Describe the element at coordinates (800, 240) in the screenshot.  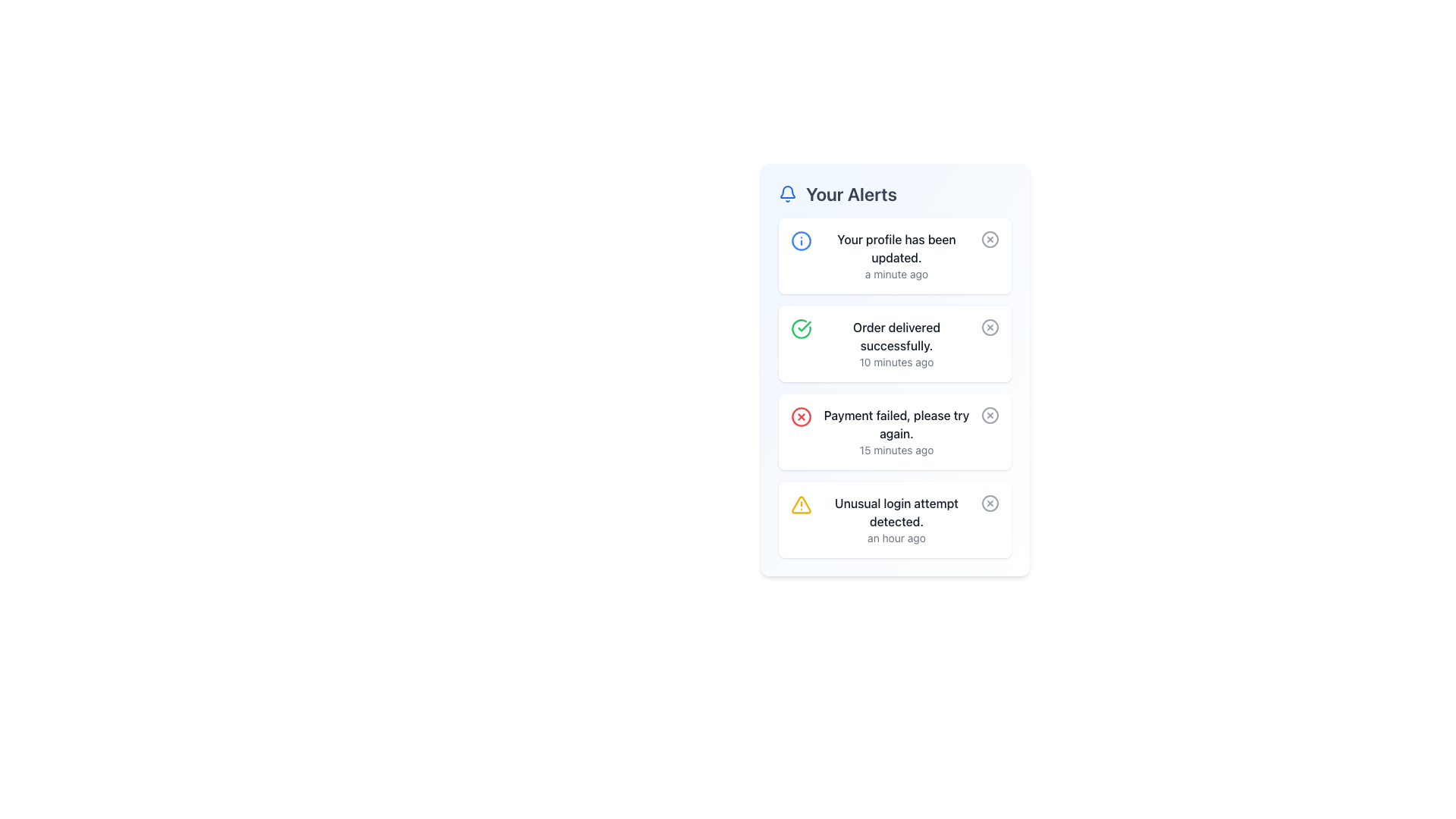
I see `the circular outline of the info icon located in the top-left corner of the alerts section, which features a blue stroke and is the first graphical element in the top-most alert entry` at that location.